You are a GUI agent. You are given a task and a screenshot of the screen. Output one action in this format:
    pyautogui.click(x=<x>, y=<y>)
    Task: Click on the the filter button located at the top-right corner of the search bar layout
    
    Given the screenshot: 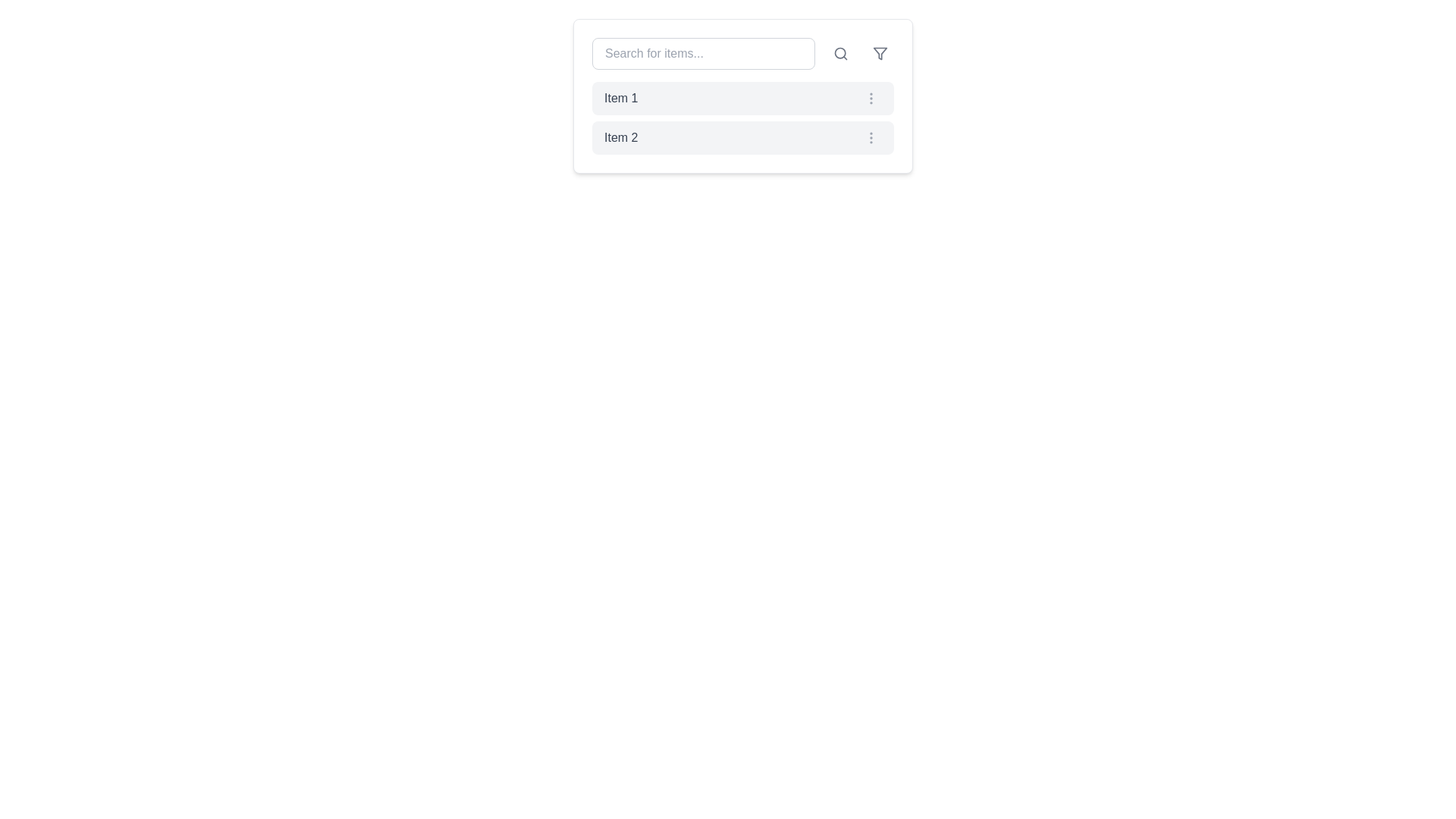 What is the action you would take?
    pyautogui.click(x=880, y=52)
    